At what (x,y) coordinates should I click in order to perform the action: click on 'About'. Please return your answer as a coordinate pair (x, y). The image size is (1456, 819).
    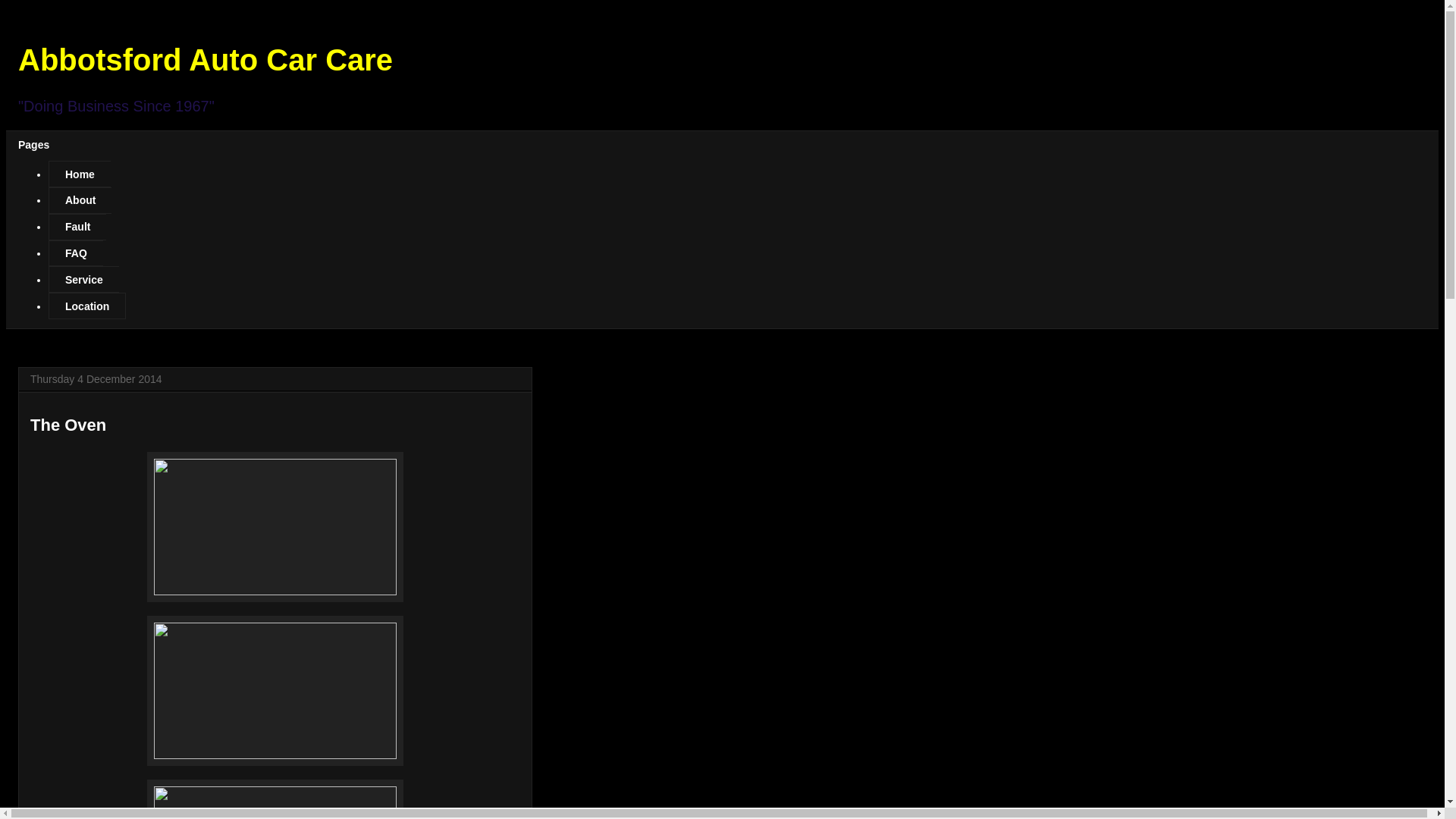
    Looking at the image, I should click on (79, 199).